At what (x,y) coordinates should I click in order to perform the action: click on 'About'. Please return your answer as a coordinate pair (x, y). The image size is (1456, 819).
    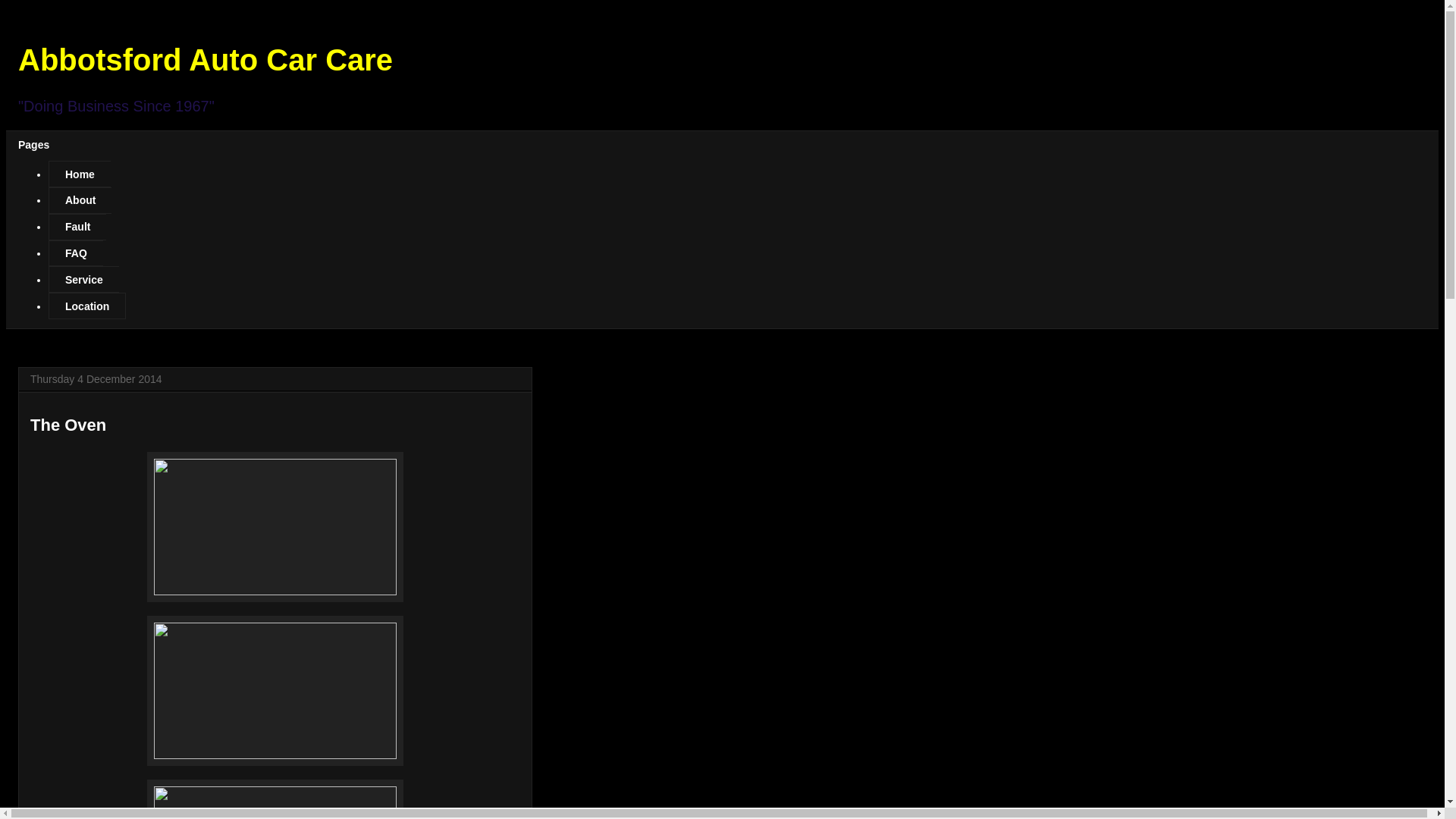
    Looking at the image, I should click on (79, 199).